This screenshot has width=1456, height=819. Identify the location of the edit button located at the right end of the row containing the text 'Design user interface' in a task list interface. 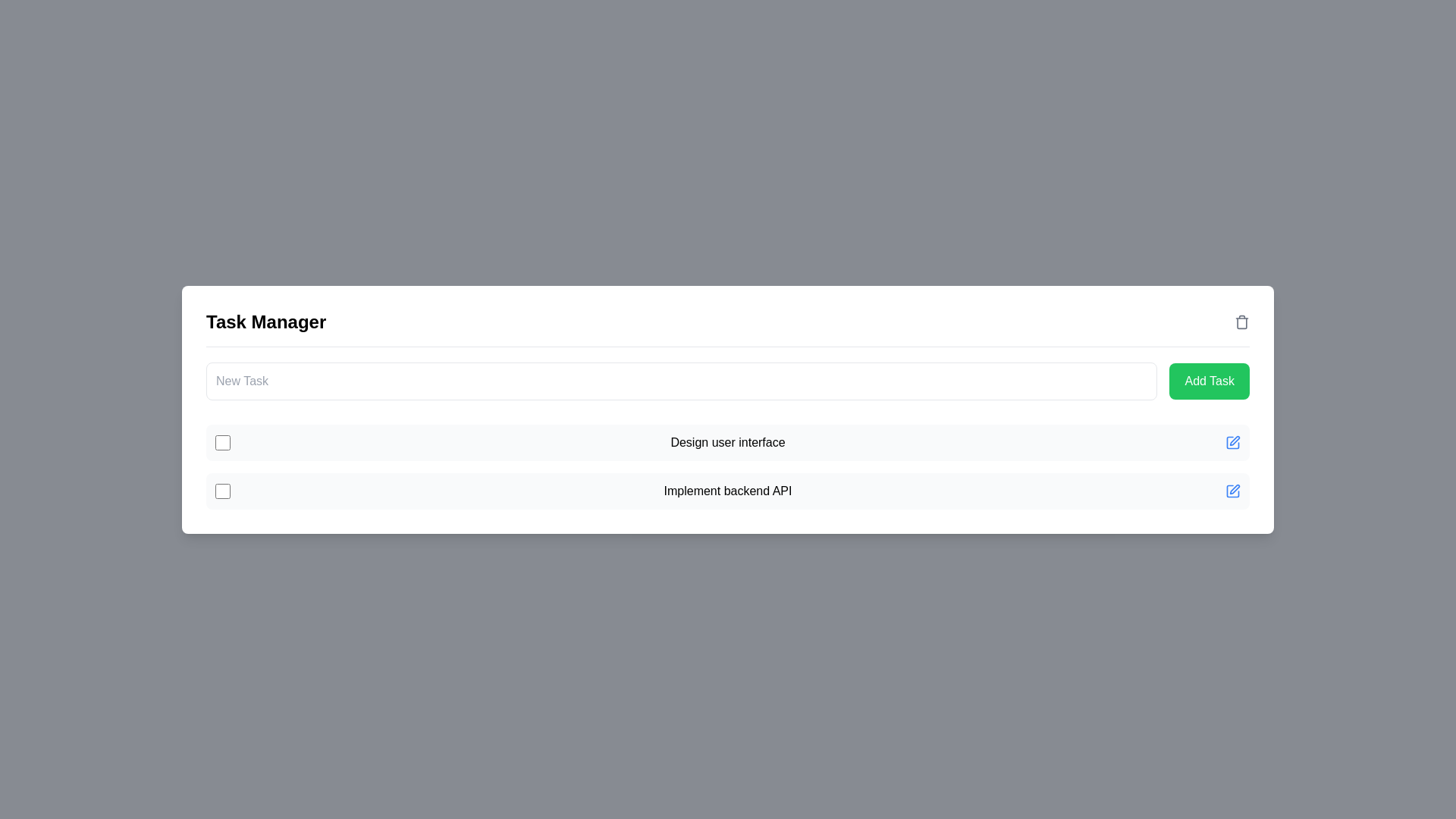
(1233, 441).